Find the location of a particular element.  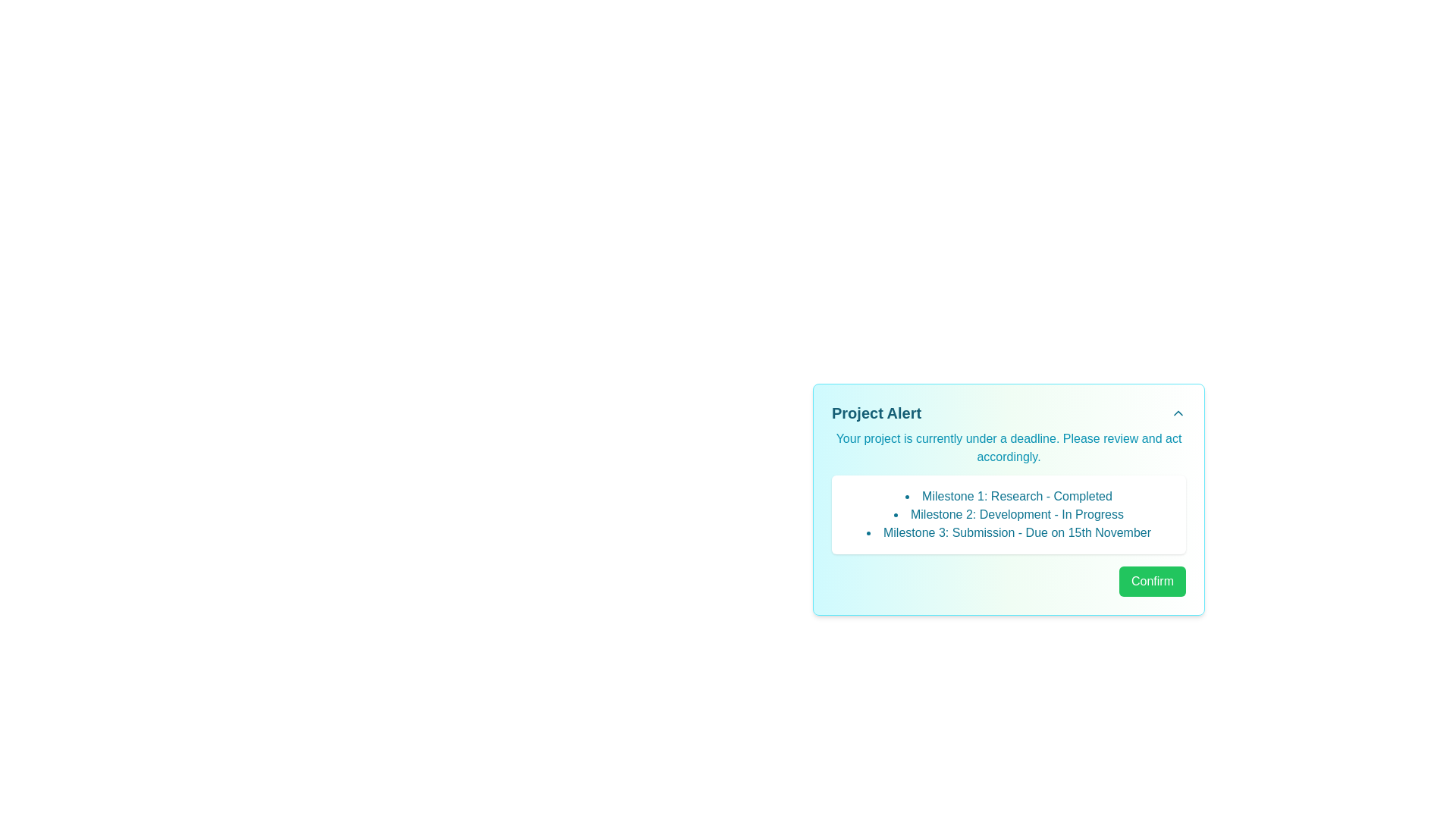

the chevron button to toggle the details section is located at coordinates (1178, 413).